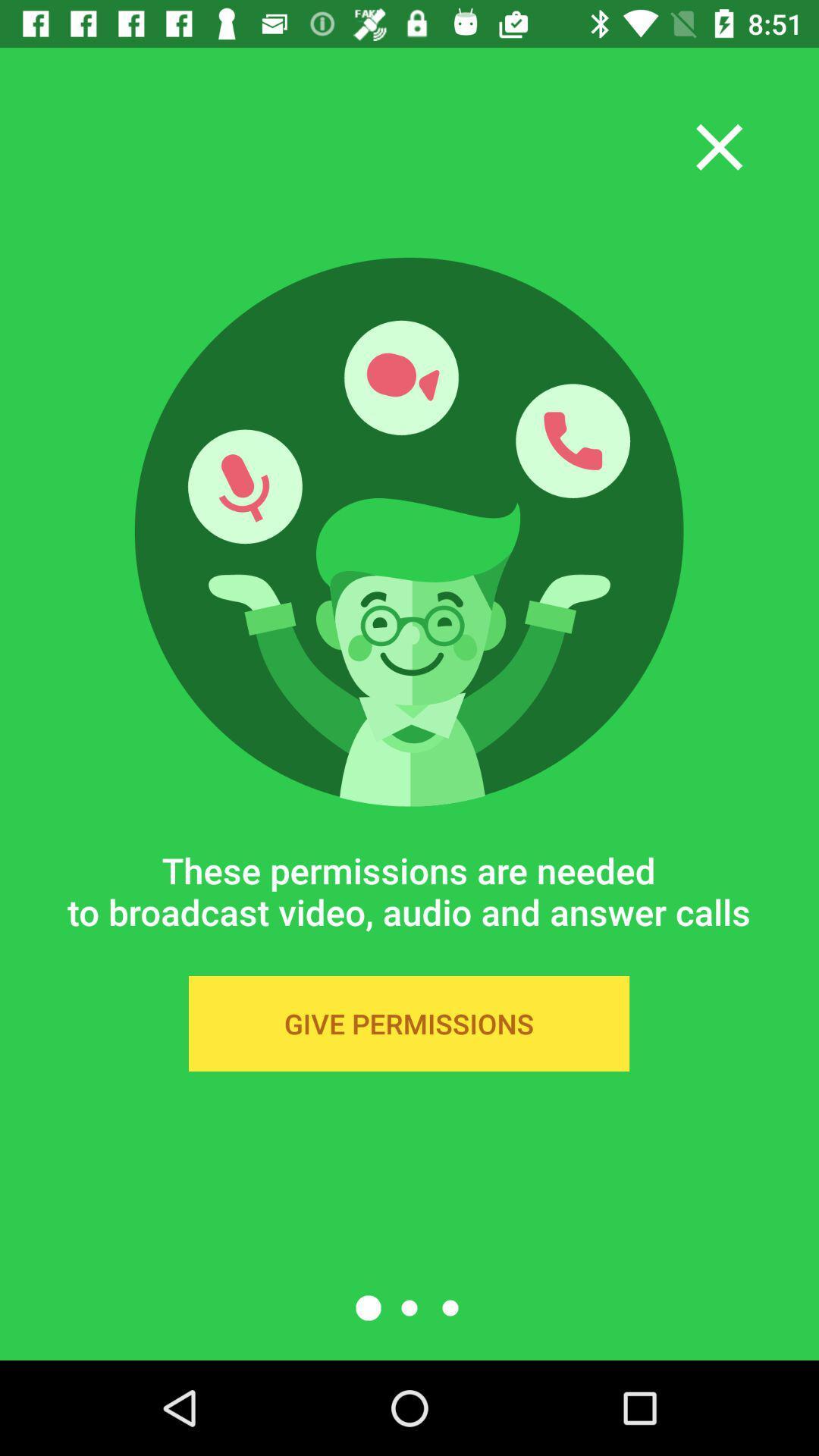  I want to click on the icon at the top right corner, so click(718, 147).